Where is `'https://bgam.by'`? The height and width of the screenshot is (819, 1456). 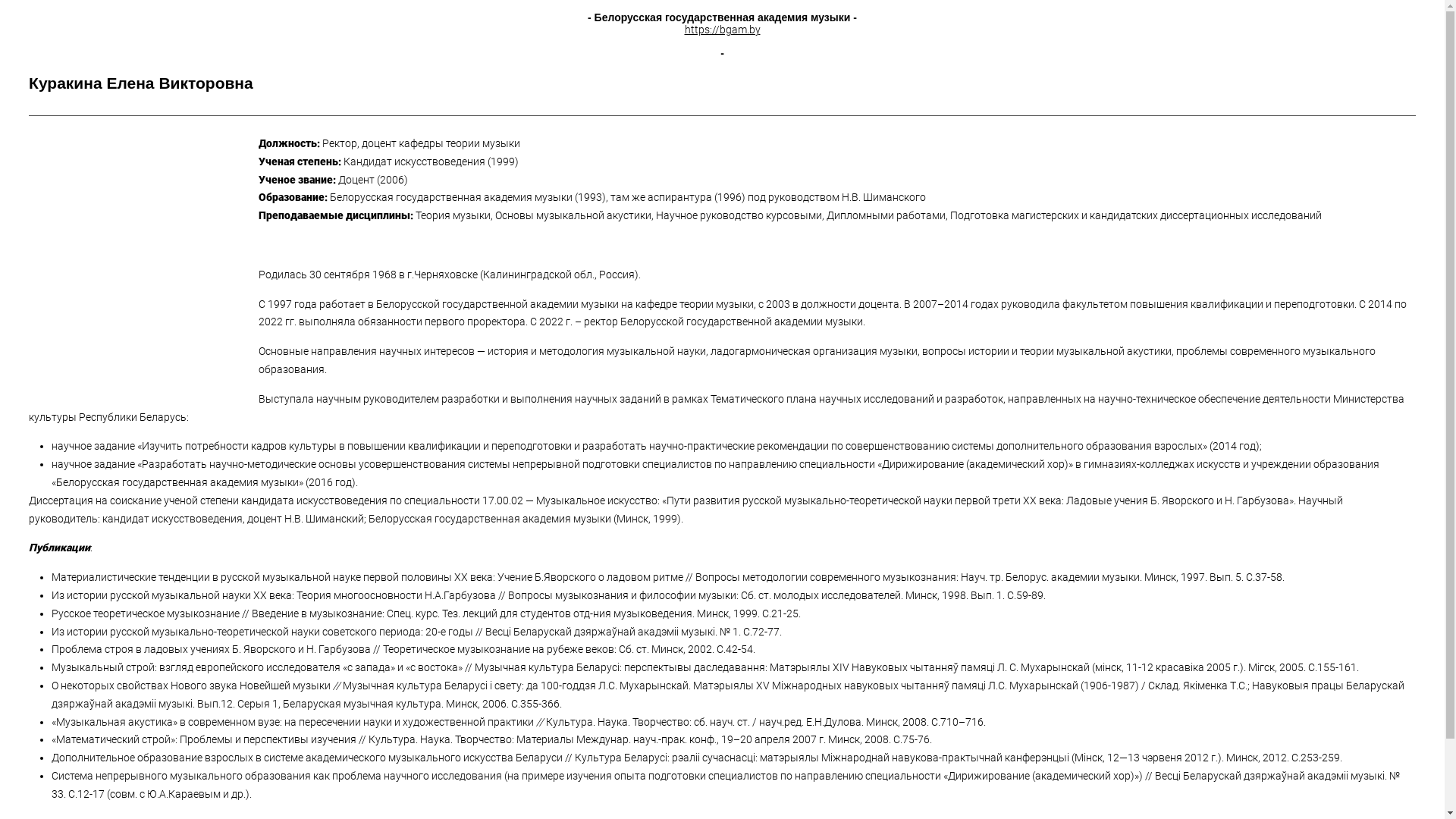 'https://bgam.by' is located at coordinates (720, 29).